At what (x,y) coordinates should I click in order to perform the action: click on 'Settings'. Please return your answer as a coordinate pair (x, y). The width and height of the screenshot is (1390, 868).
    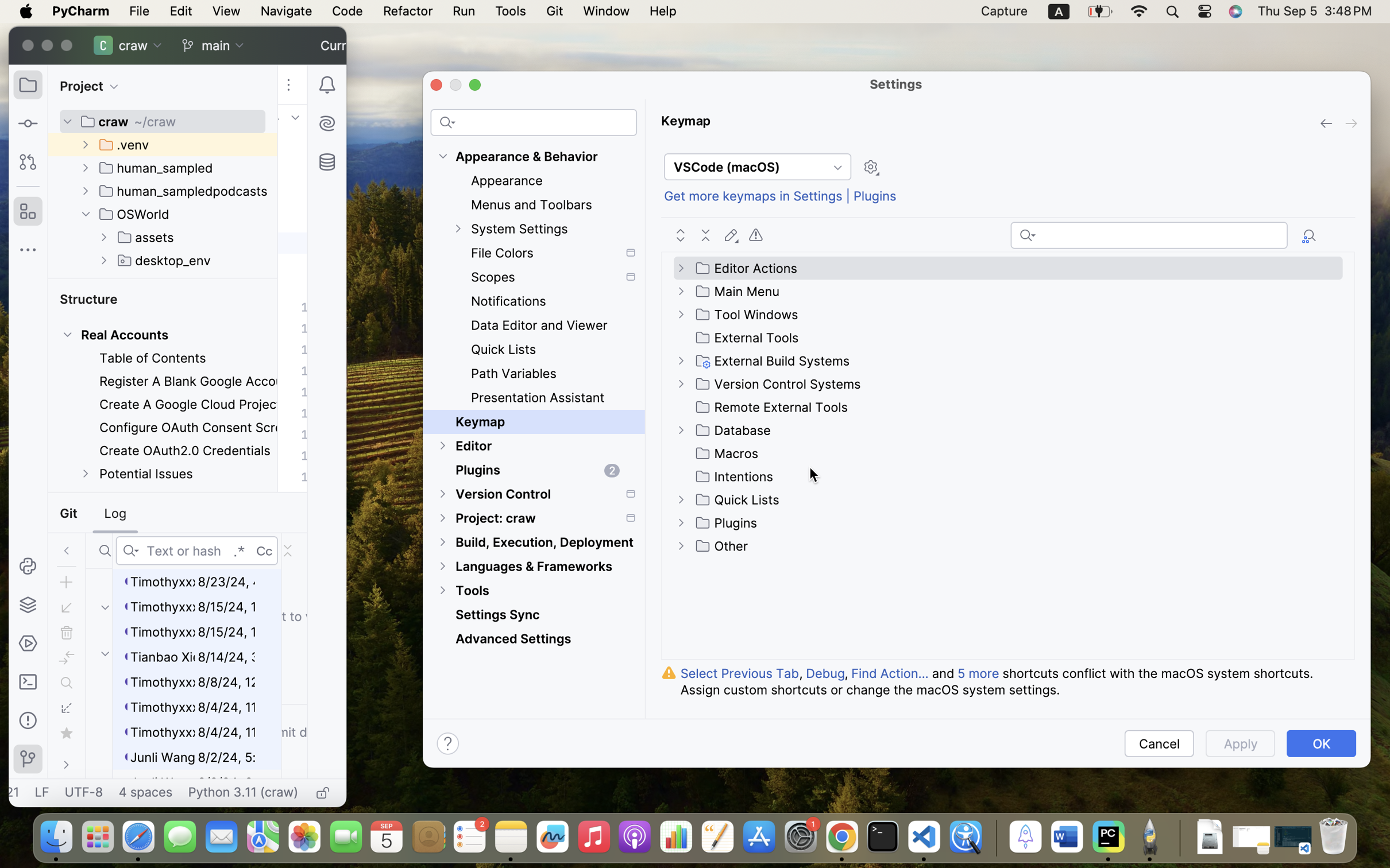
    Looking at the image, I should click on (896, 83).